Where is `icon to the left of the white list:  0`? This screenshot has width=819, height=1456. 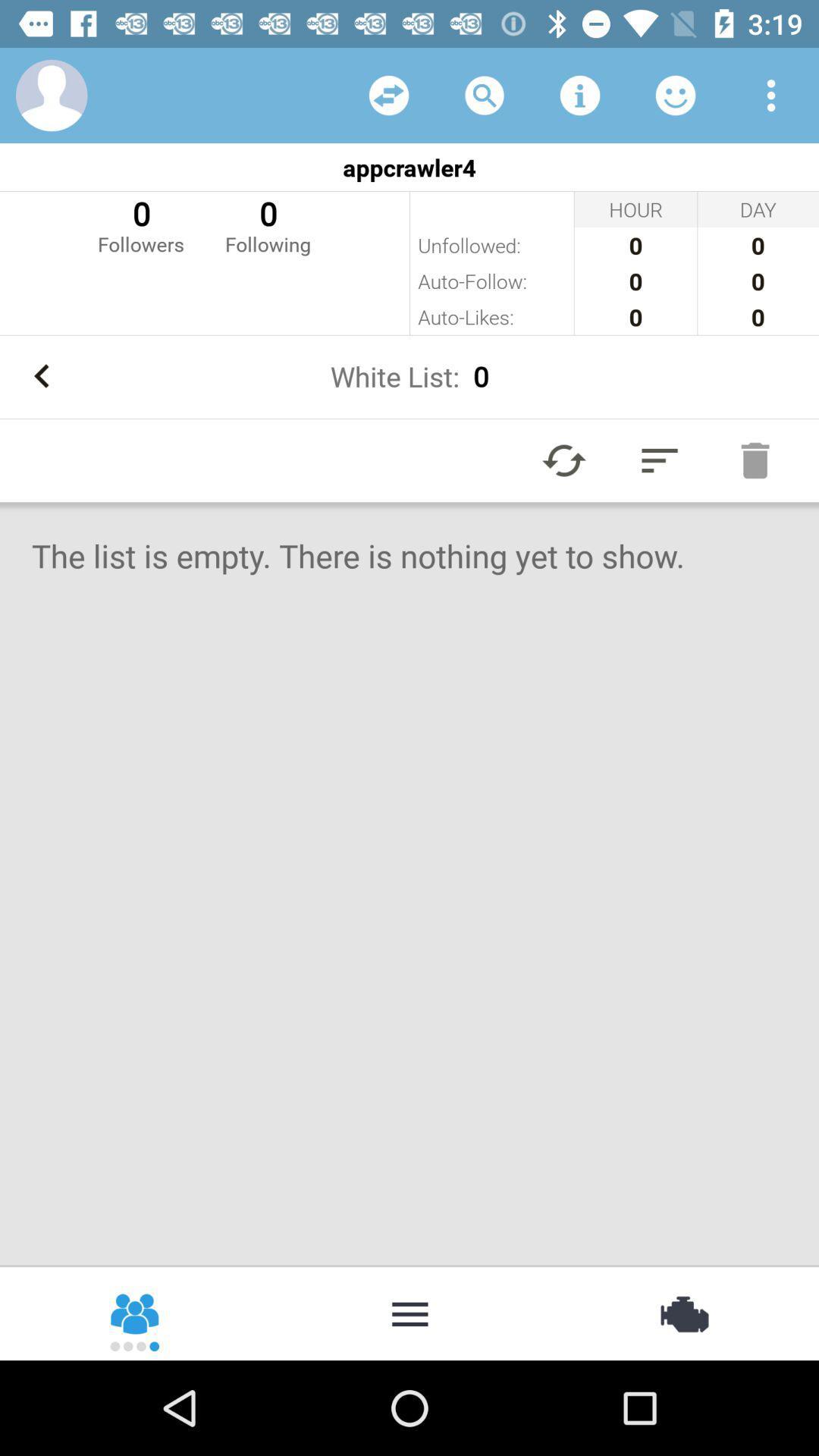
icon to the left of the white list:  0 is located at coordinates (41, 376).